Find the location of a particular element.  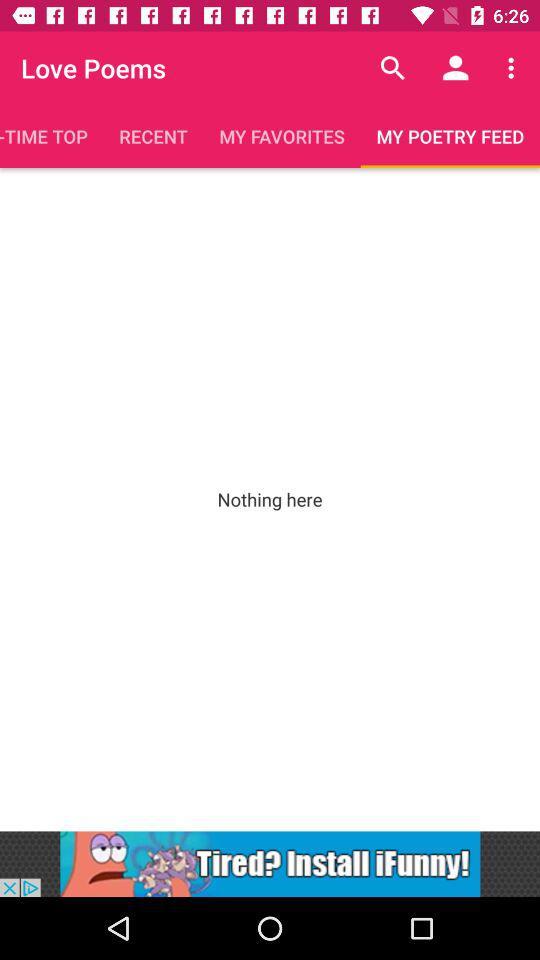

link to site is located at coordinates (270, 863).